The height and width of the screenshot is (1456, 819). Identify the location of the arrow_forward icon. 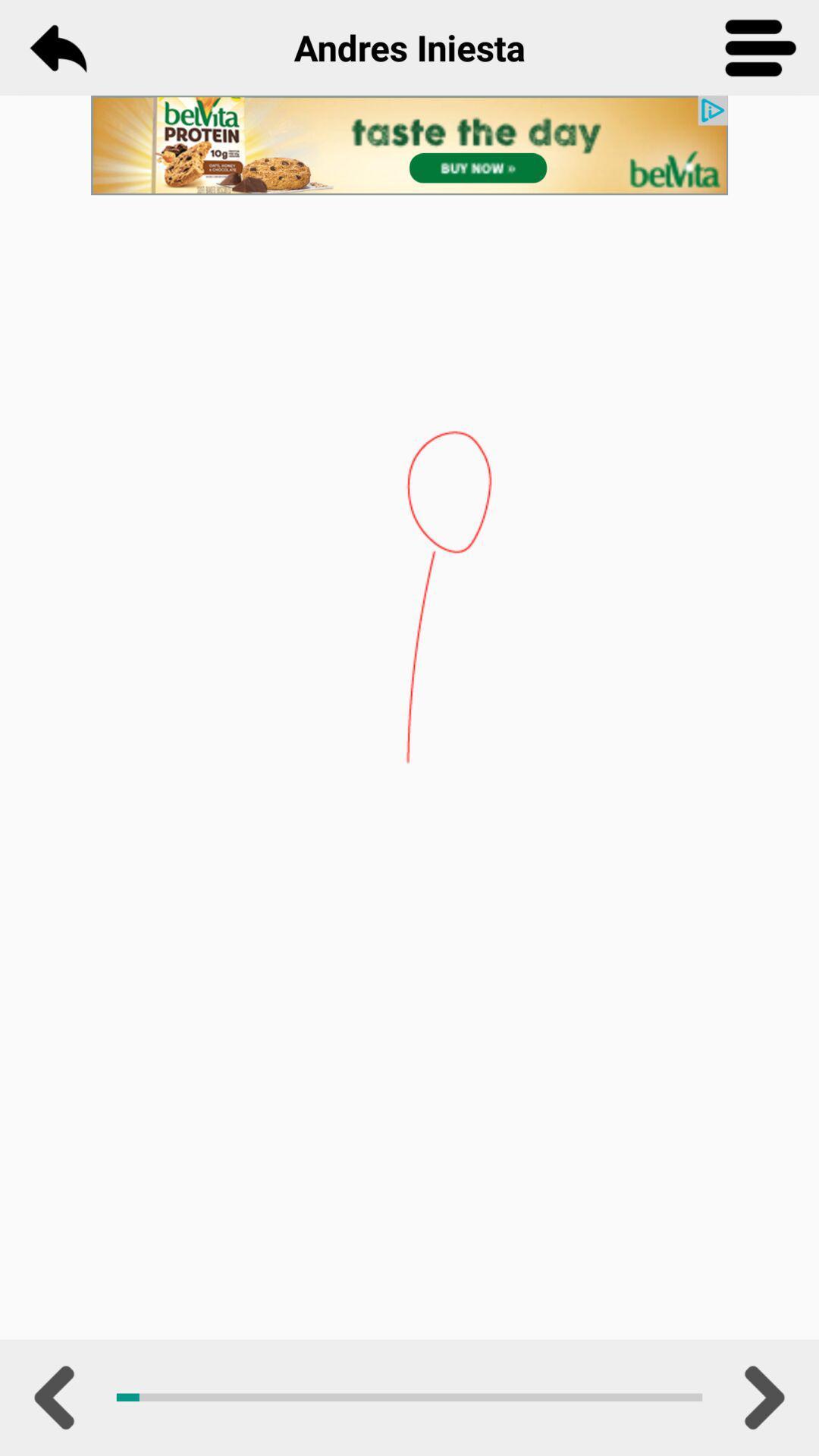
(761, 1397).